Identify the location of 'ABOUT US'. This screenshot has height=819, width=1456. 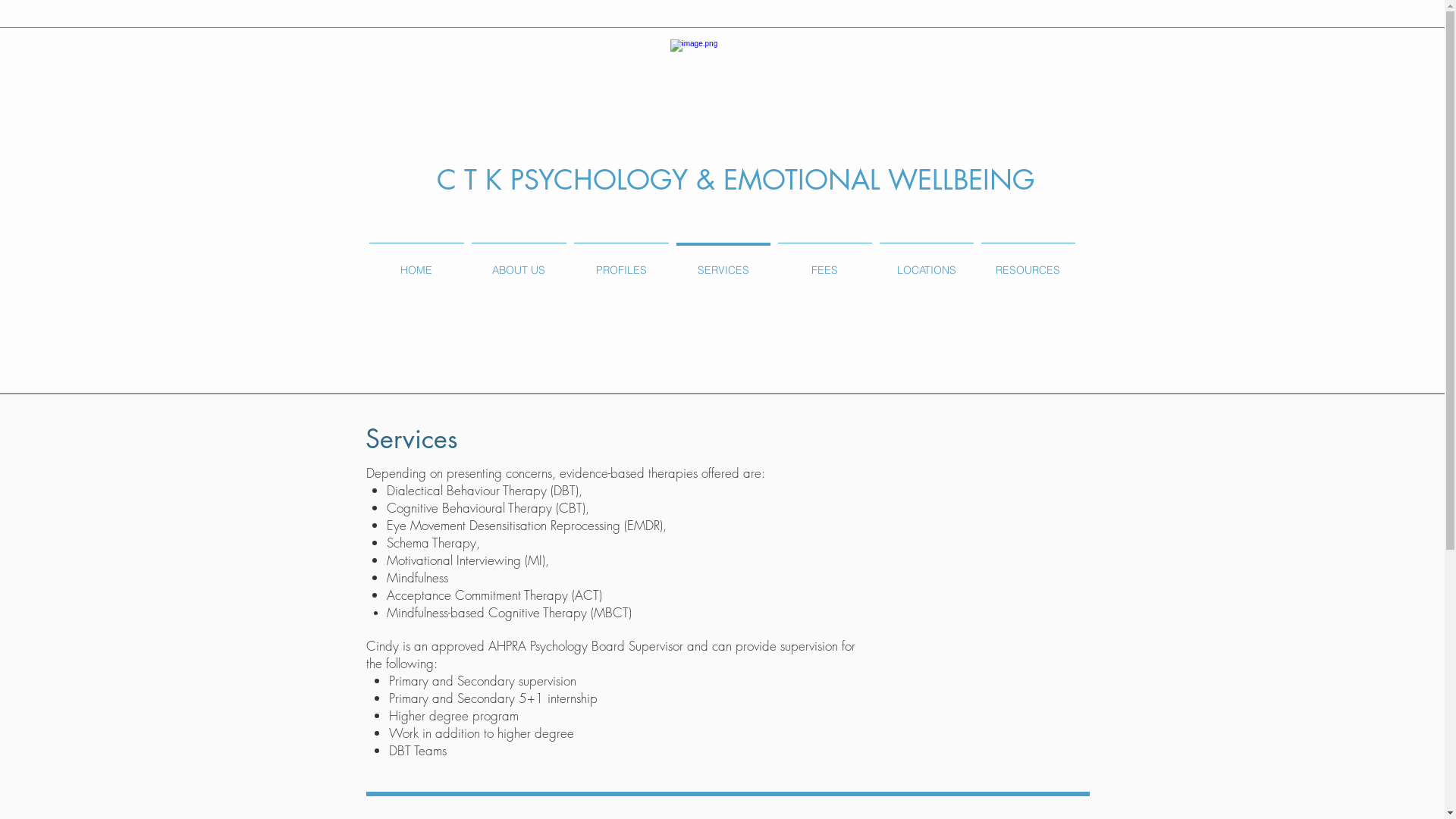
(518, 262).